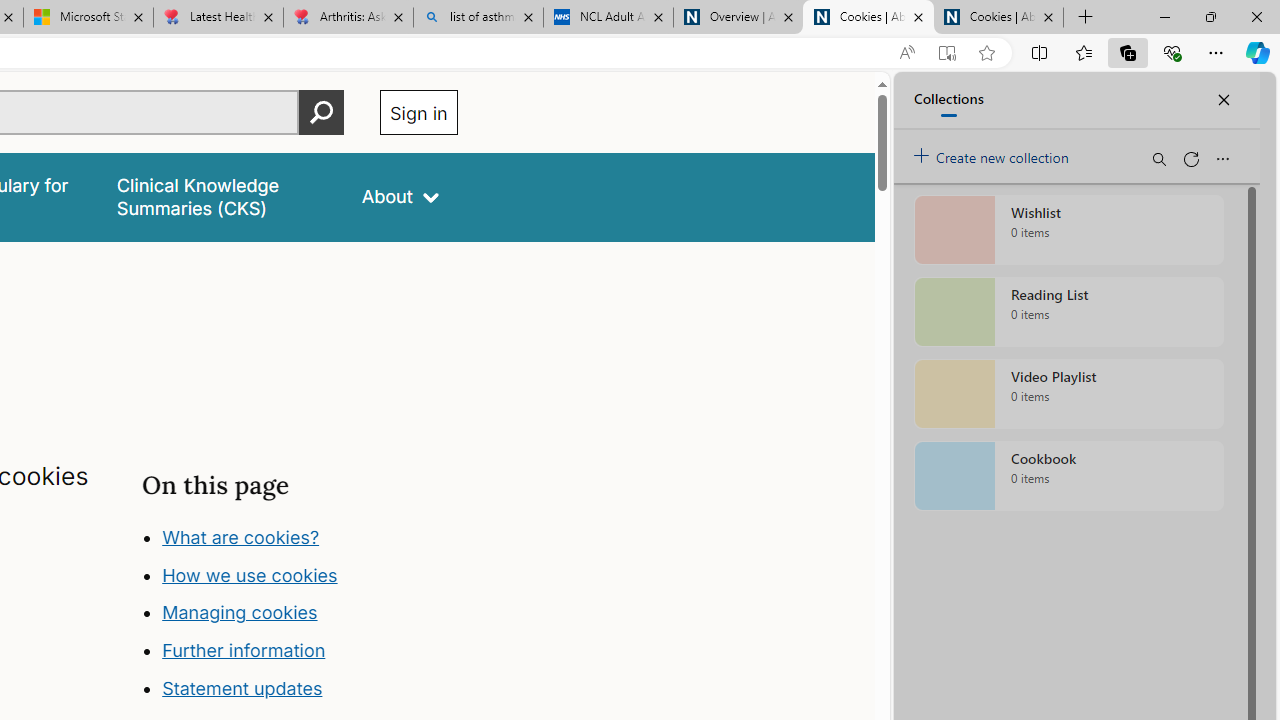  I want to click on 'Perform search', so click(321, 112).